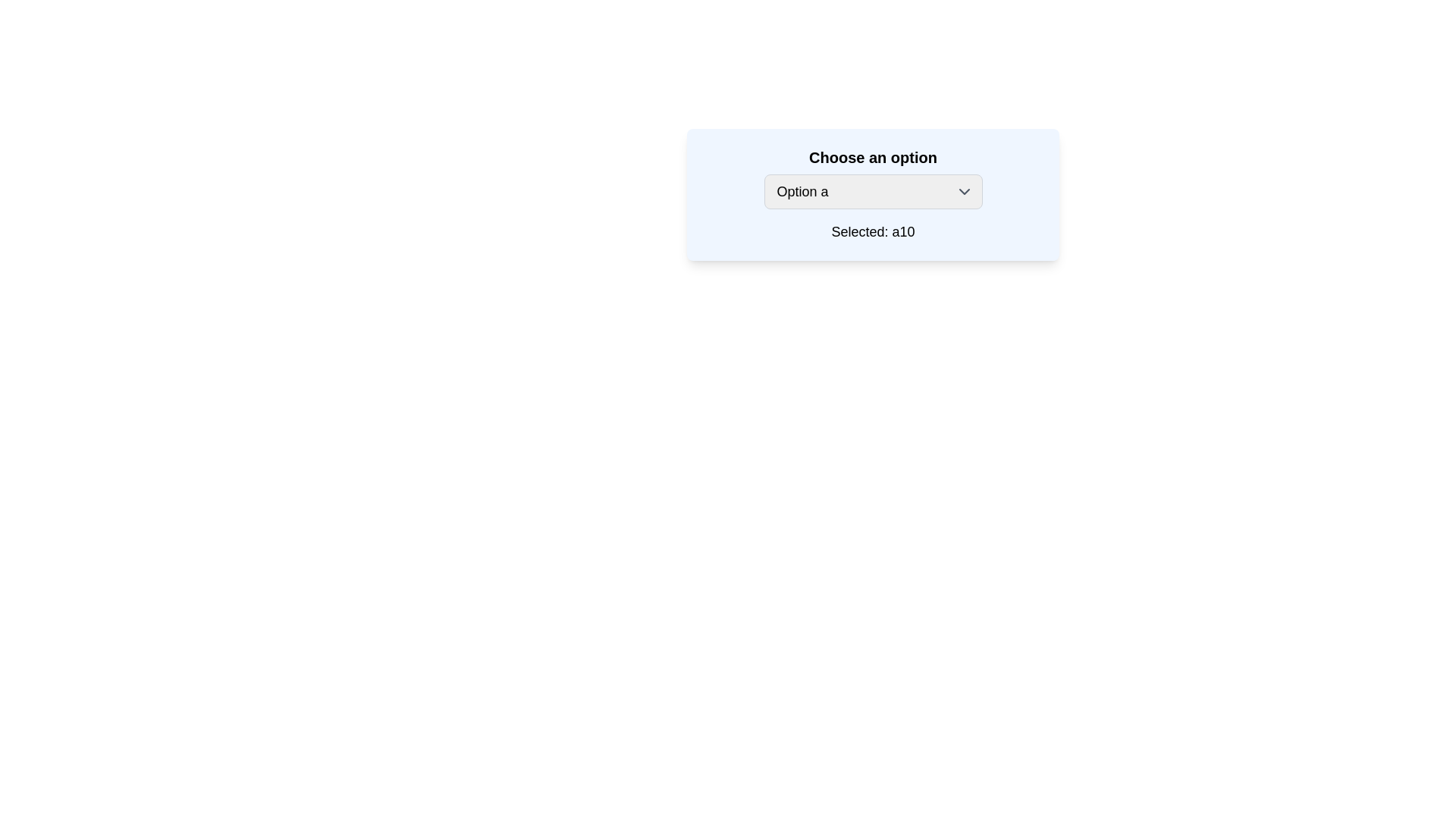 The width and height of the screenshot is (1456, 819). What do you see at coordinates (873, 231) in the screenshot?
I see `the text display element that shows 'Selected: a10', which is located below the dropdown menu titled 'Choose an option'` at bounding box center [873, 231].